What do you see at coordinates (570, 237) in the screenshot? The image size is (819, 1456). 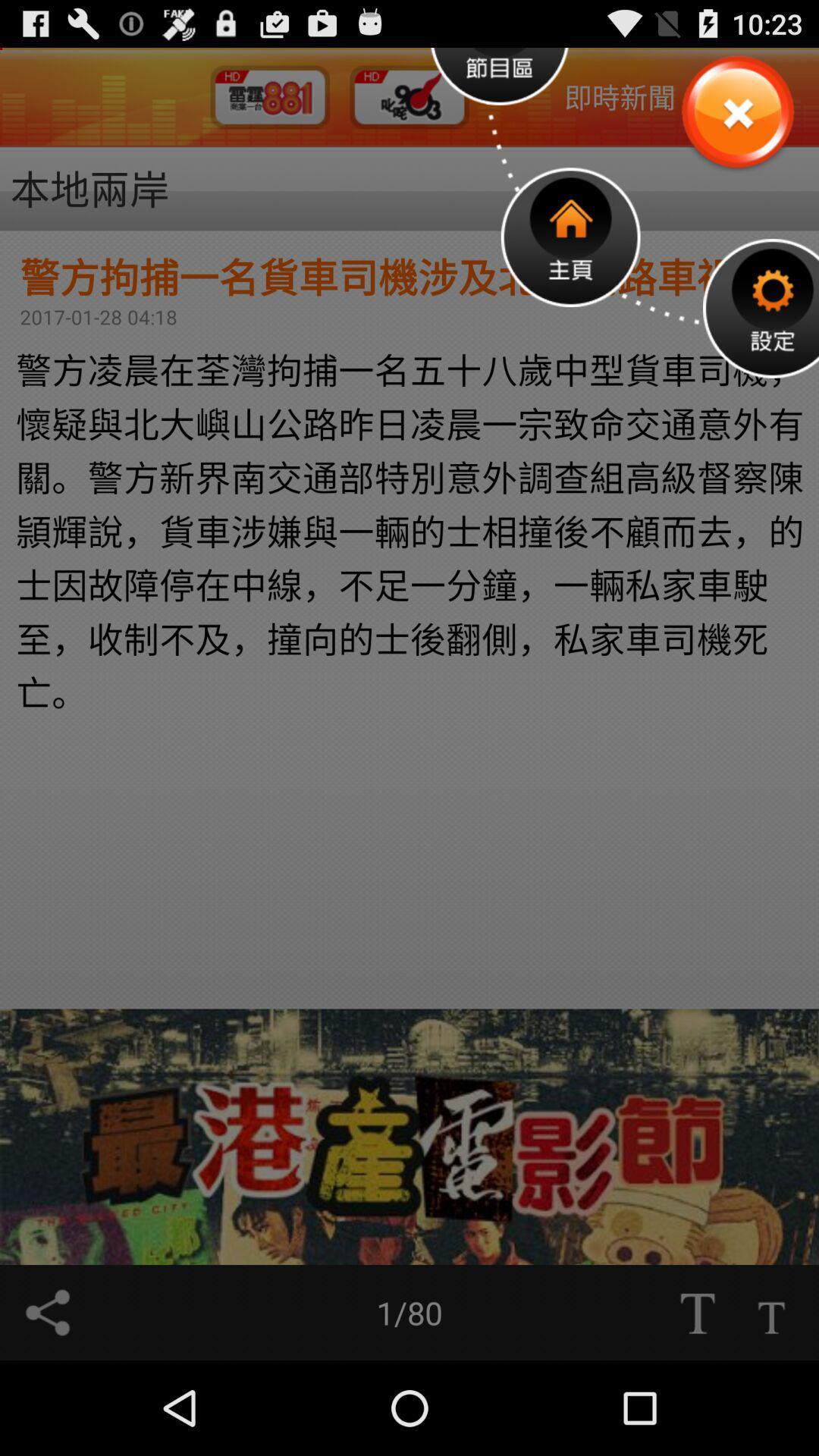 I see `the home button` at bounding box center [570, 237].